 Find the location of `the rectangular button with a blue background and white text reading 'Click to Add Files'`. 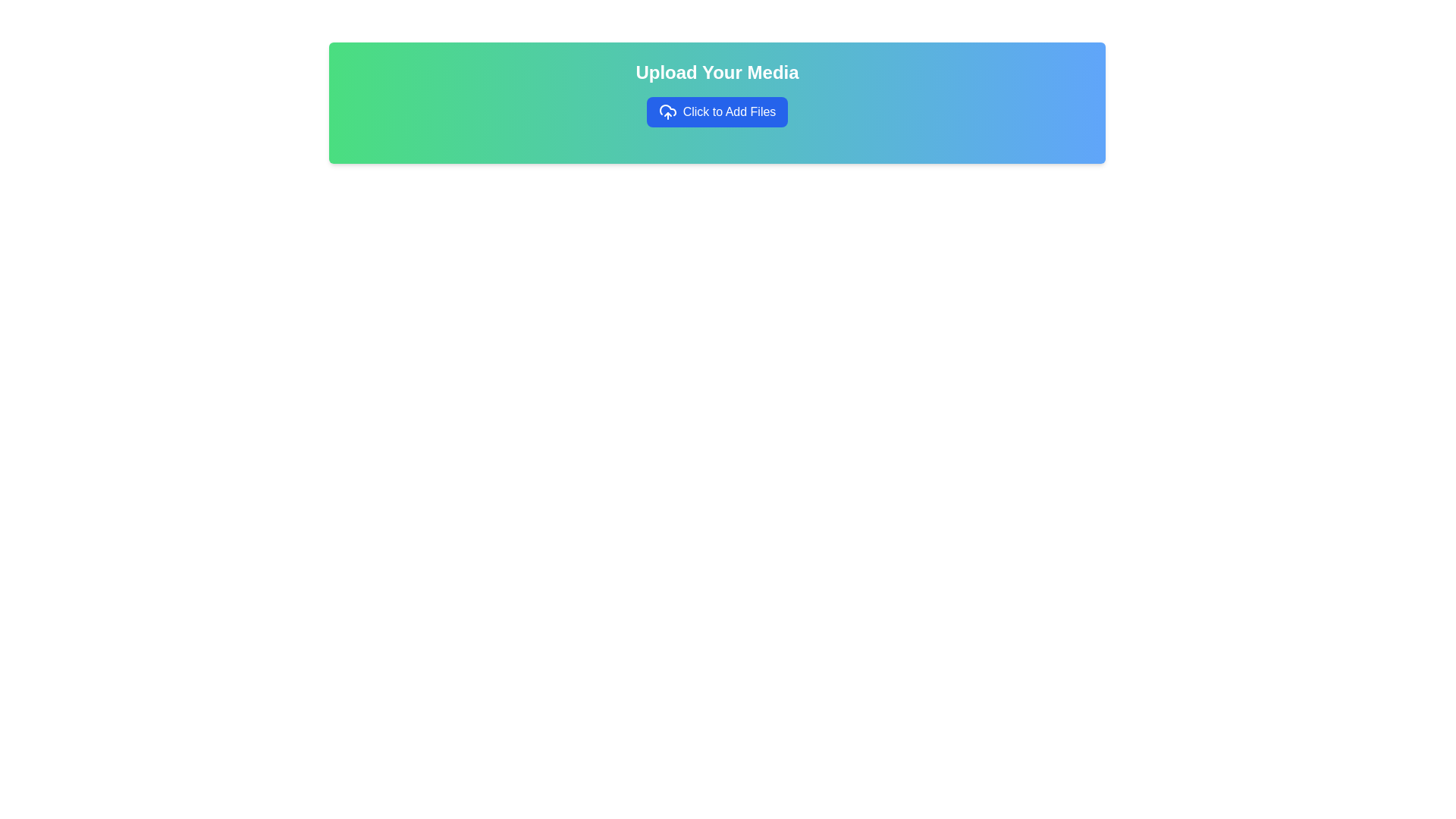

the rectangular button with a blue background and white text reading 'Click to Add Files' is located at coordinates (716, 111).